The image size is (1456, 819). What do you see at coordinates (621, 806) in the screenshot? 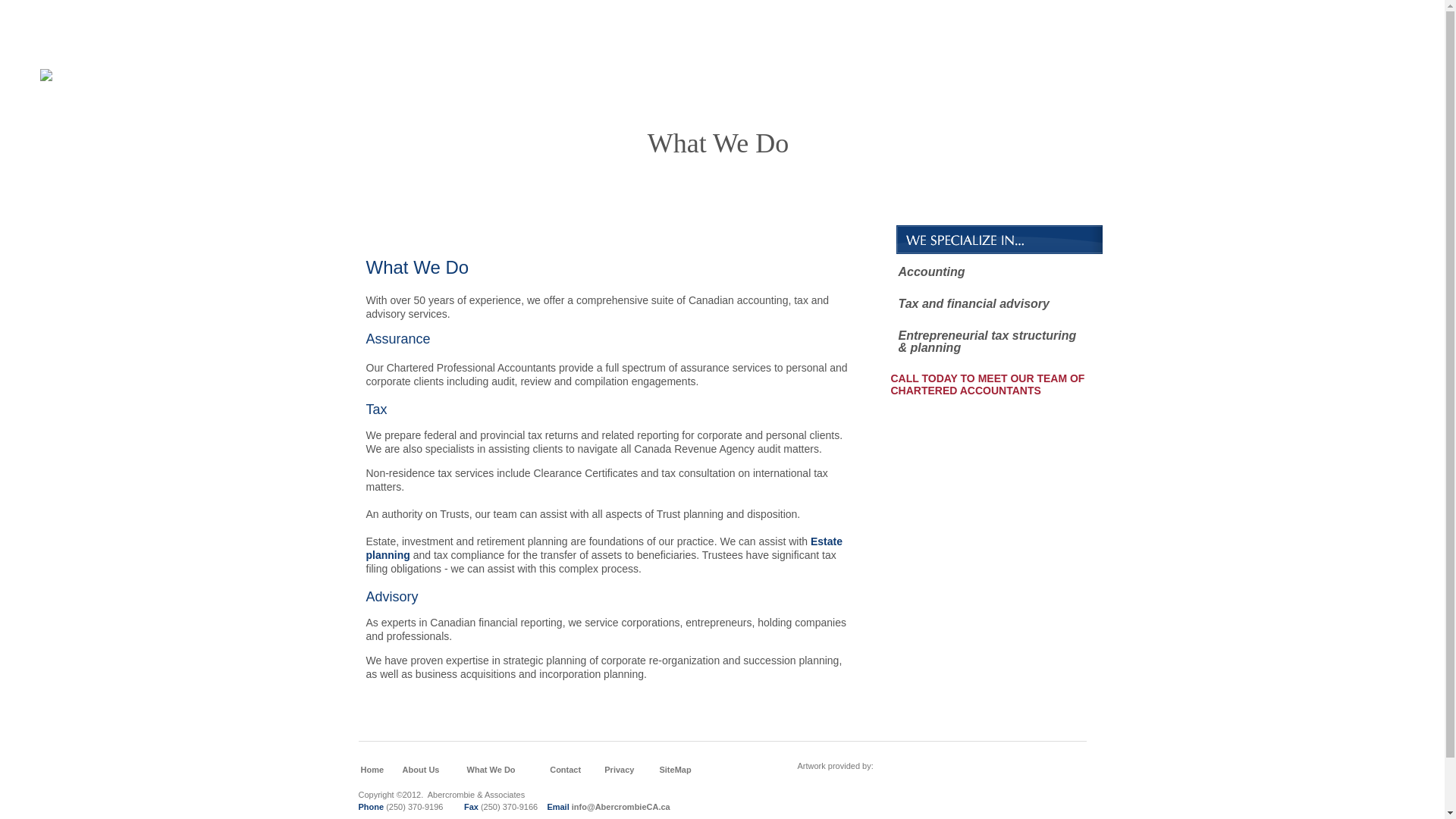
I see `'info@AbercrombieCA.ca'` at bounding box center [621, 806].